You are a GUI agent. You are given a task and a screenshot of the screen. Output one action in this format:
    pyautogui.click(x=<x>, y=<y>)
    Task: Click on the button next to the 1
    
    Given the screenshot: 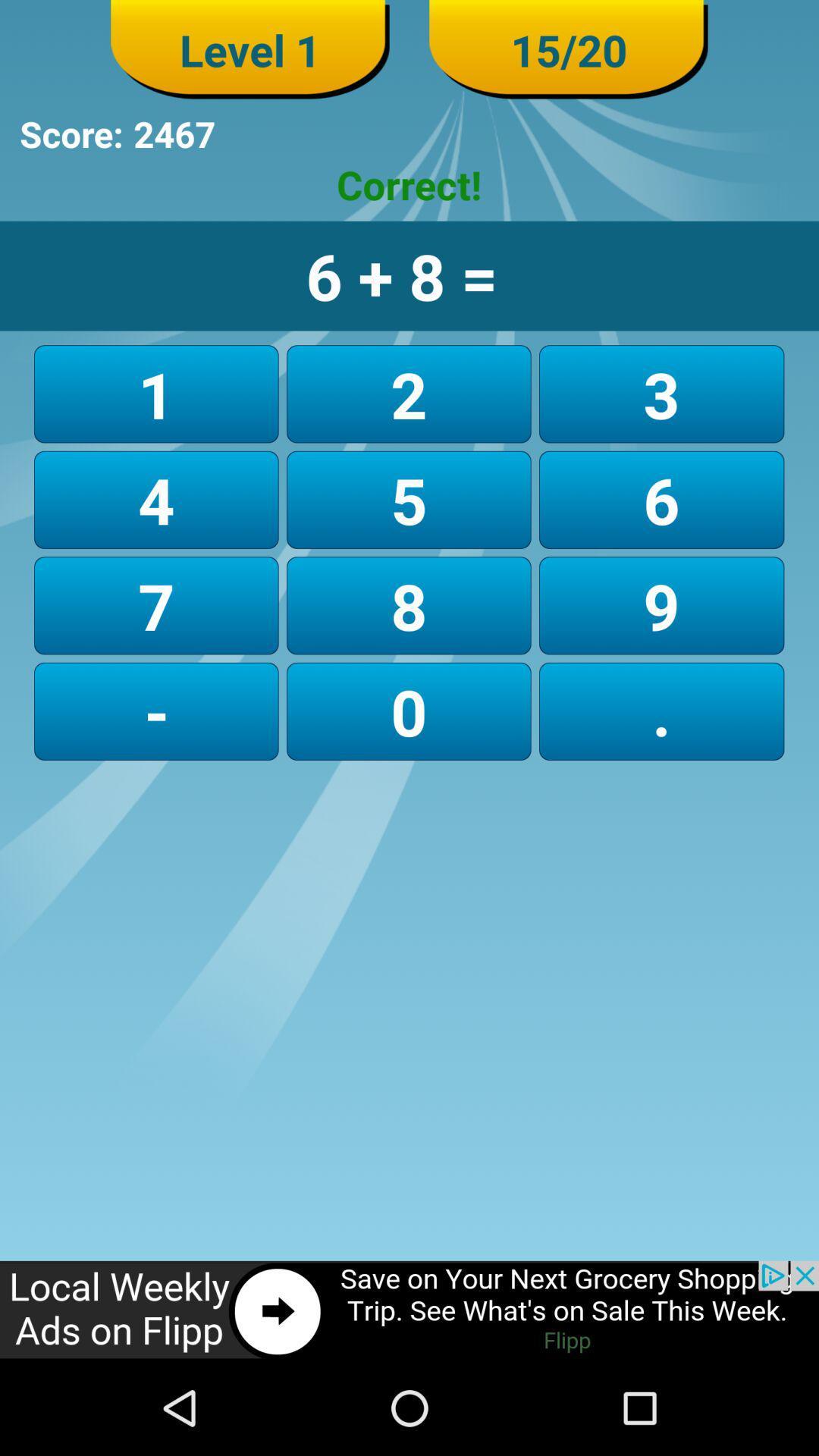 What is the action you would take?
    pyautogui.click(x=408, y=500)
    